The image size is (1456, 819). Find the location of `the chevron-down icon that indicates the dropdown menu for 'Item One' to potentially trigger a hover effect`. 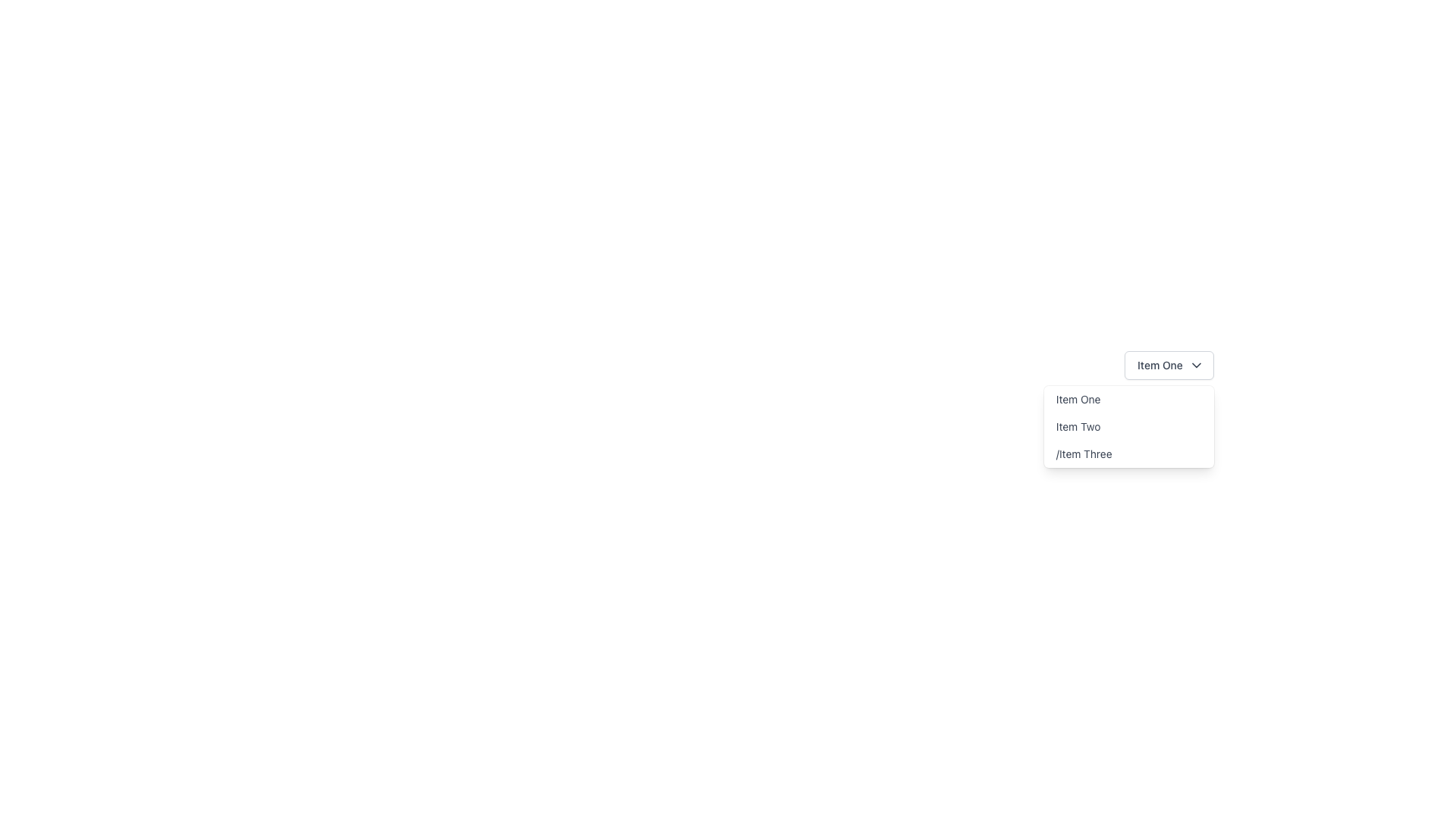

the chevron-down icon that indicates the dropdown menu for 'Item One' to potentially trigger a hover effect is located at coordinates (1195, 366).